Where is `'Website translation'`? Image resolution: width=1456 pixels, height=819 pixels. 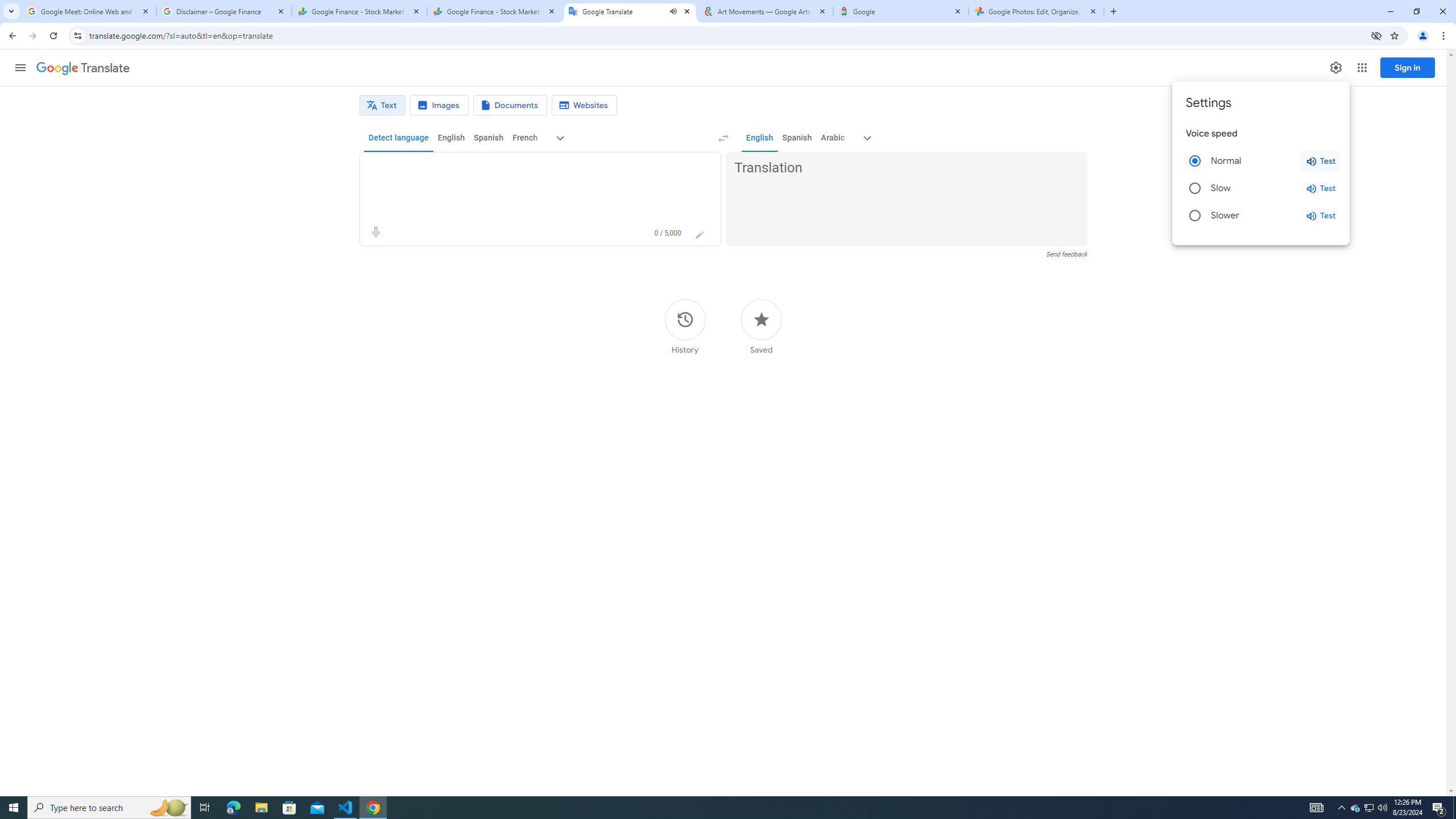
'Website translation' is located at coordinates (584, 105).